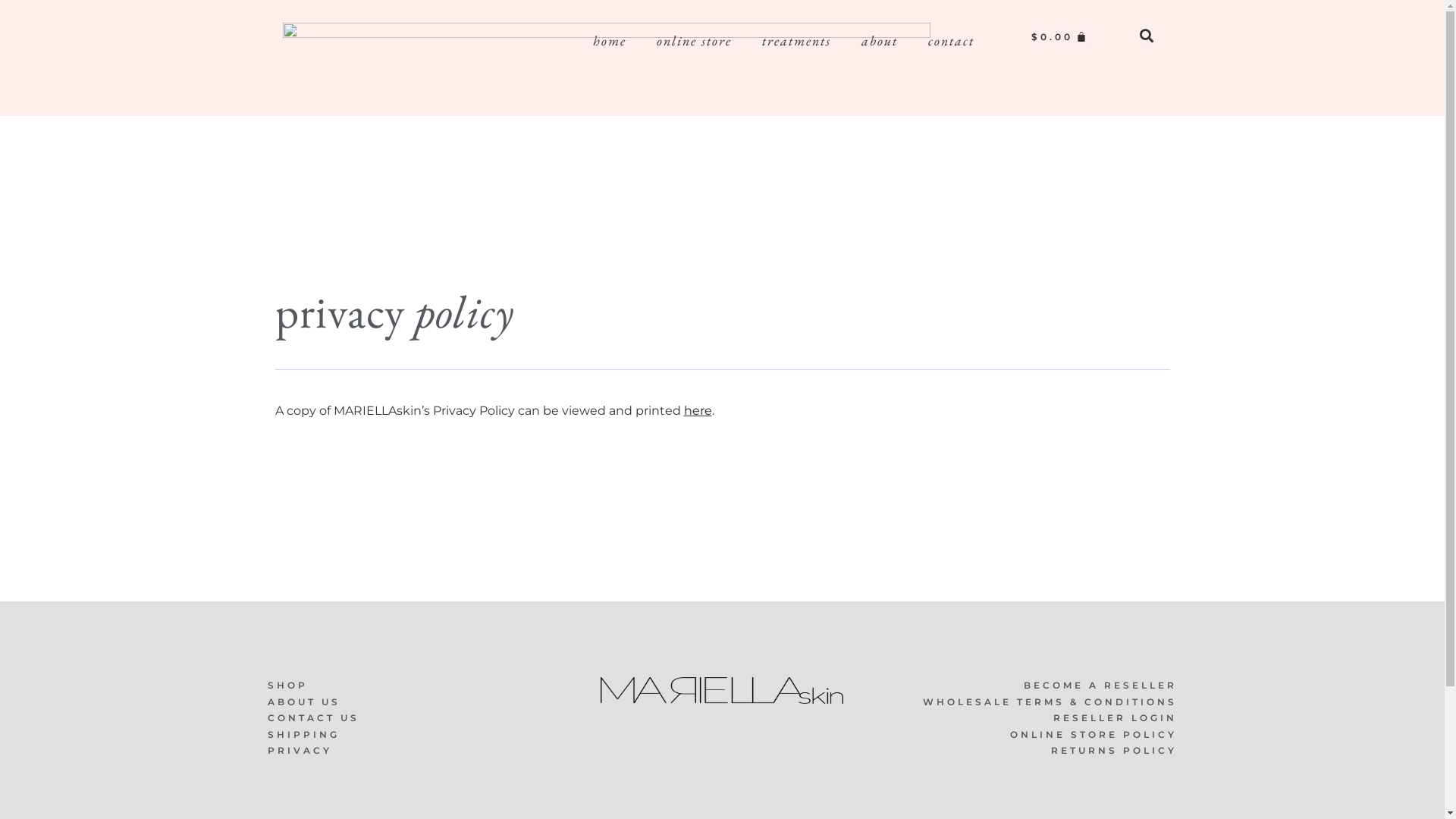 The width and height of the screenshot is (1456, 819). I want to click on 'RESELLER LOGIN', so click(1025, 717).